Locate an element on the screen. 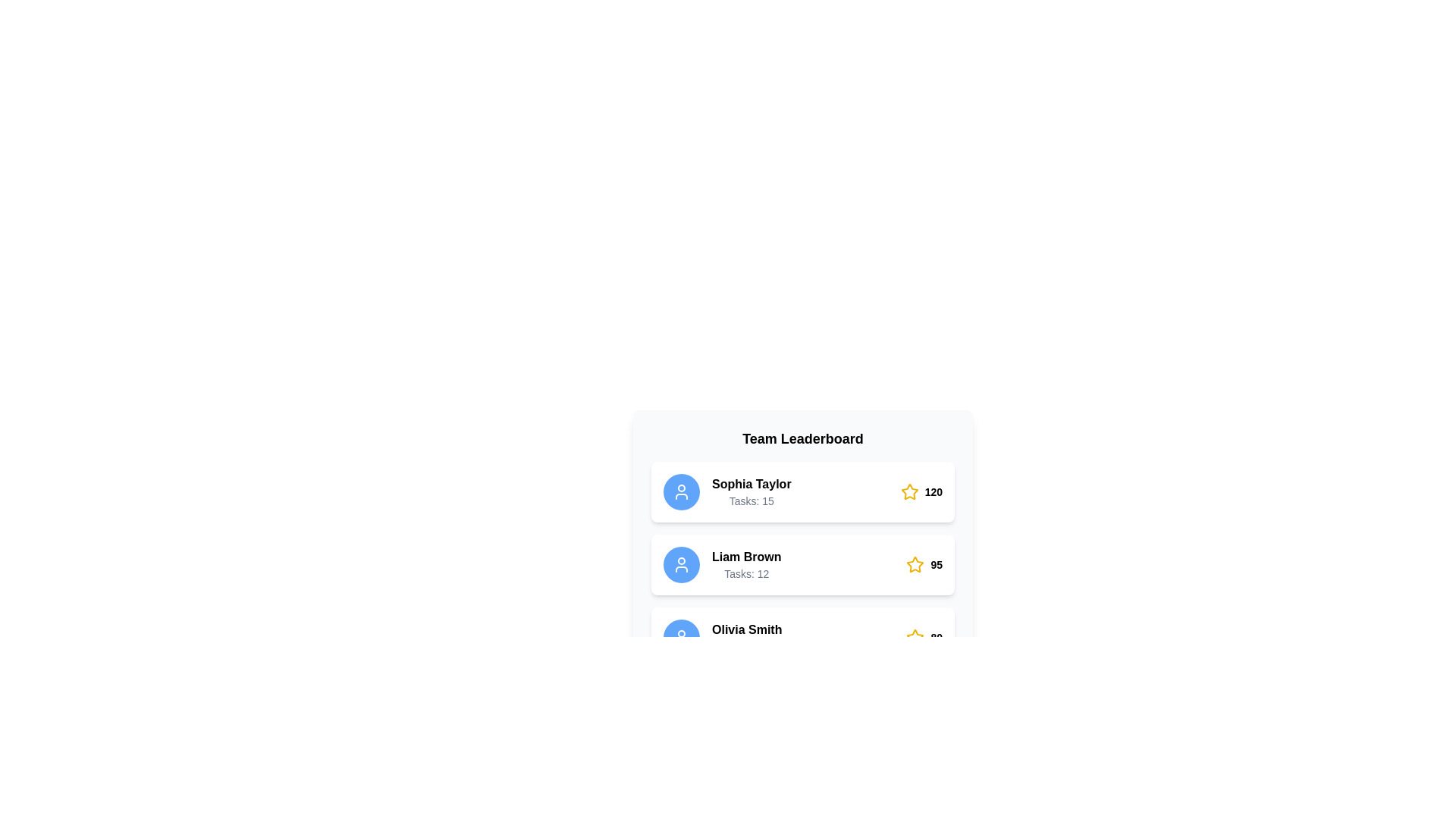  the bold textual number '120' located adjacent to the yellow star icon on the first leaderboard entry for 'Sophia Taylor' is located at coordinates (933, 491).